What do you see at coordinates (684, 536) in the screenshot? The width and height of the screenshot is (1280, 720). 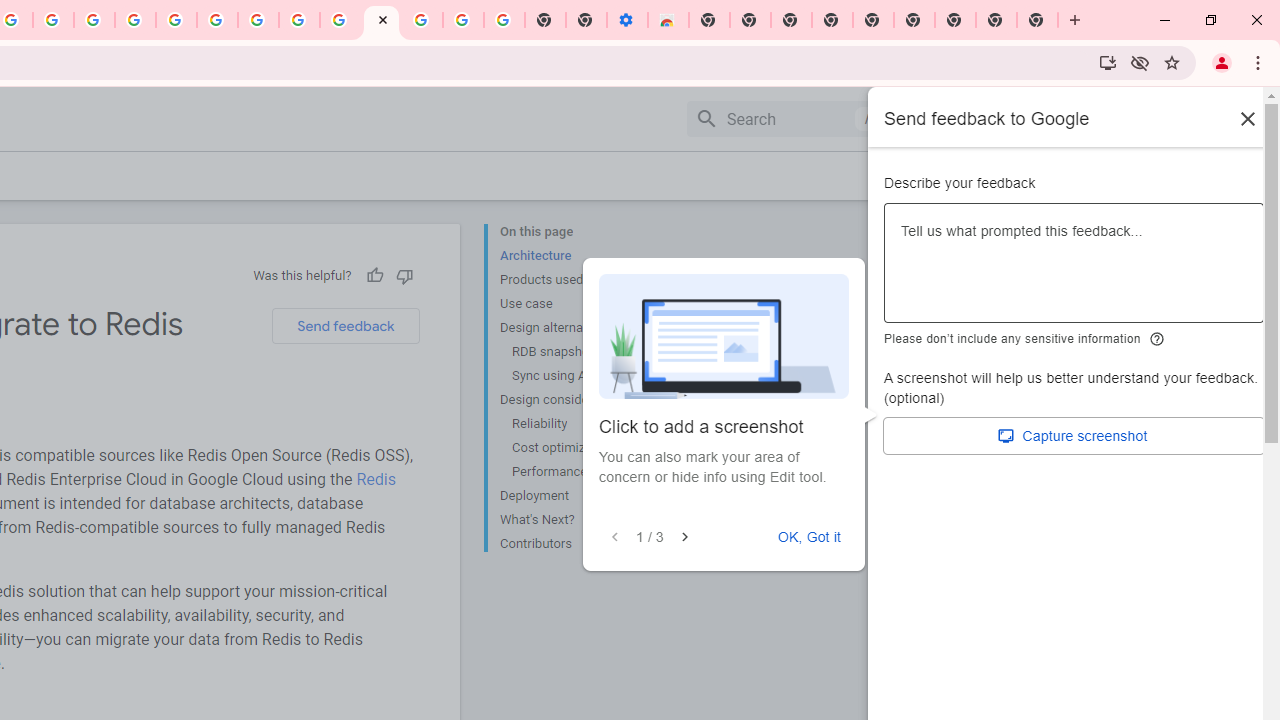 I see `'Next'` at bounding box center [684, 536].